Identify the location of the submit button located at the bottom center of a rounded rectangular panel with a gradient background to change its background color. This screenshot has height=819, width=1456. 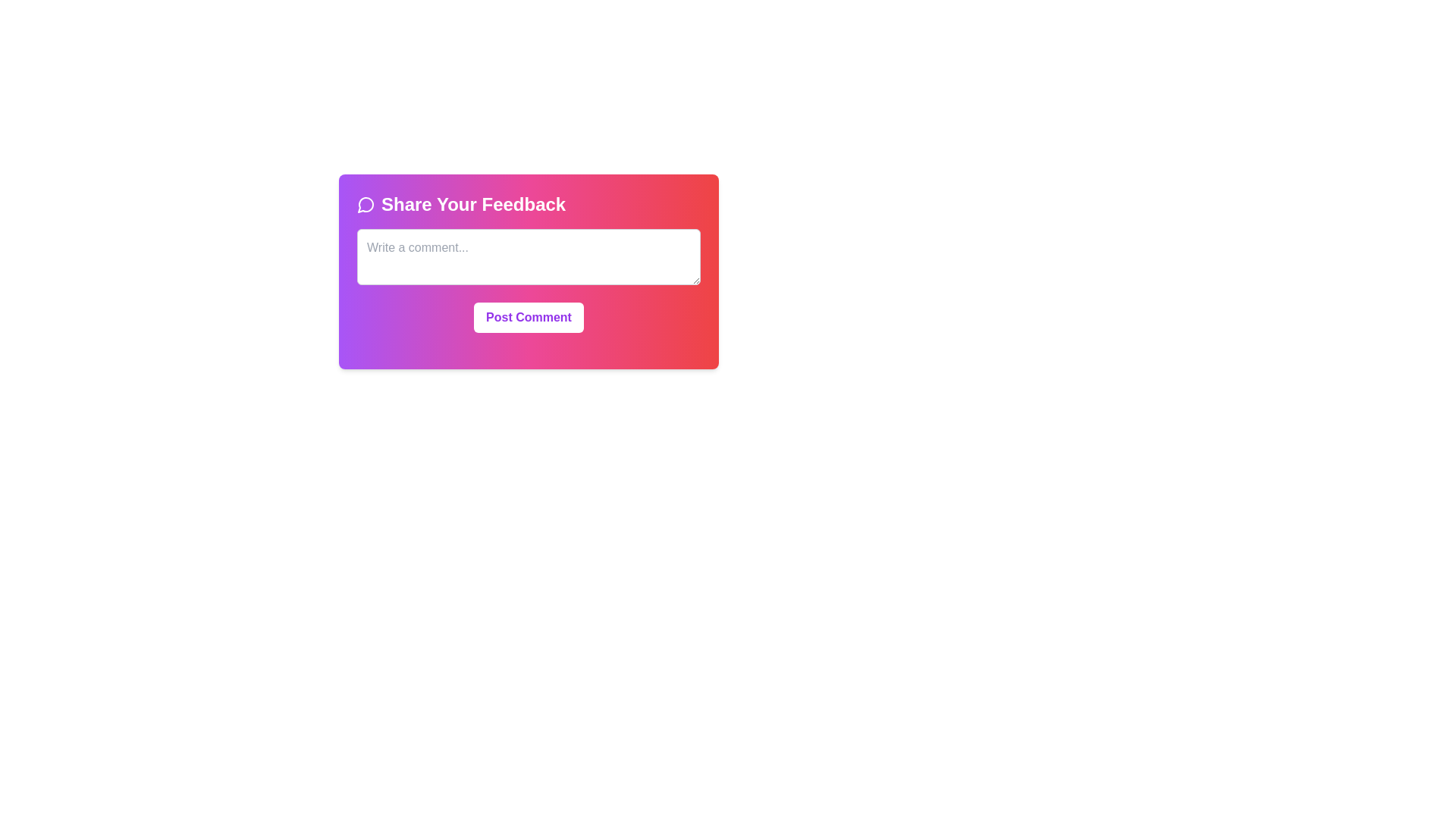
(529, 317).